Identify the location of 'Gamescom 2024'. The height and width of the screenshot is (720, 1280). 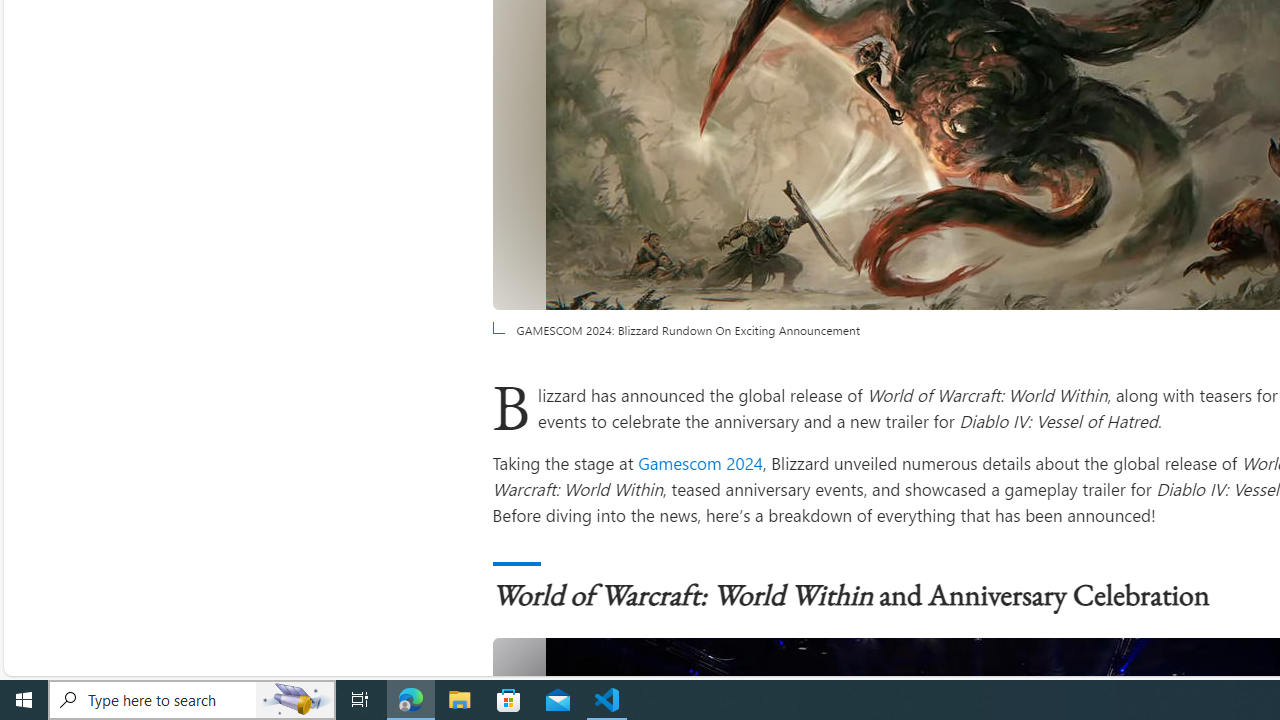
(700, 462).